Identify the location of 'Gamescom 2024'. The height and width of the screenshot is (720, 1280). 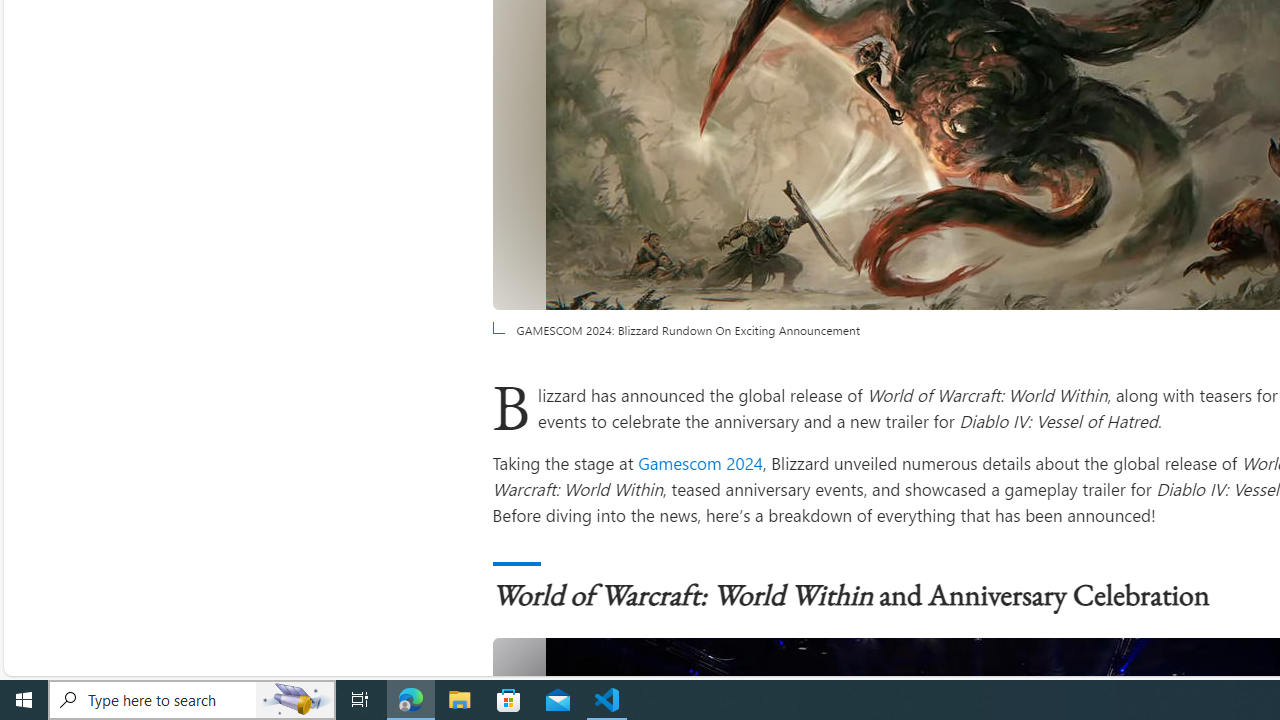
(700, 462).